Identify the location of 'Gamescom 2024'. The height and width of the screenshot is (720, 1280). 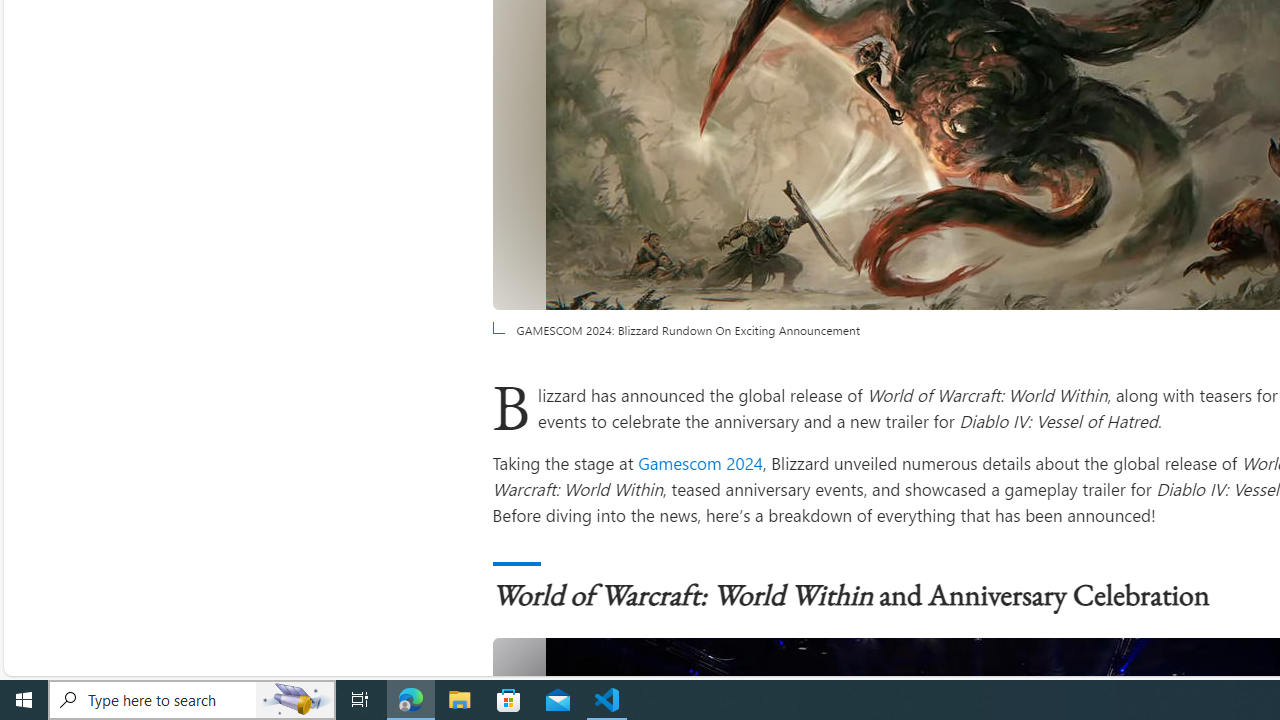
(700, 462).